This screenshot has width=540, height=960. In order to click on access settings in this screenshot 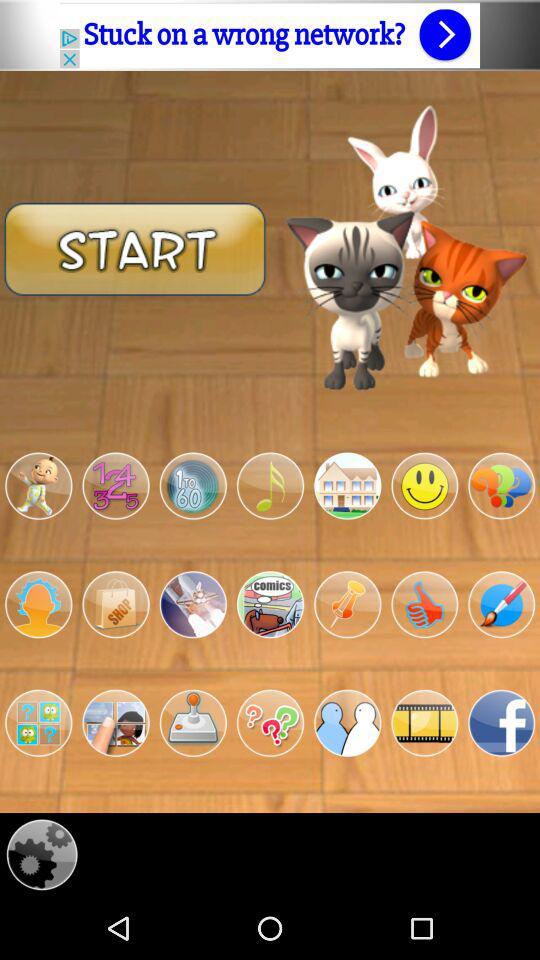, I will do `click(42, 853)`.